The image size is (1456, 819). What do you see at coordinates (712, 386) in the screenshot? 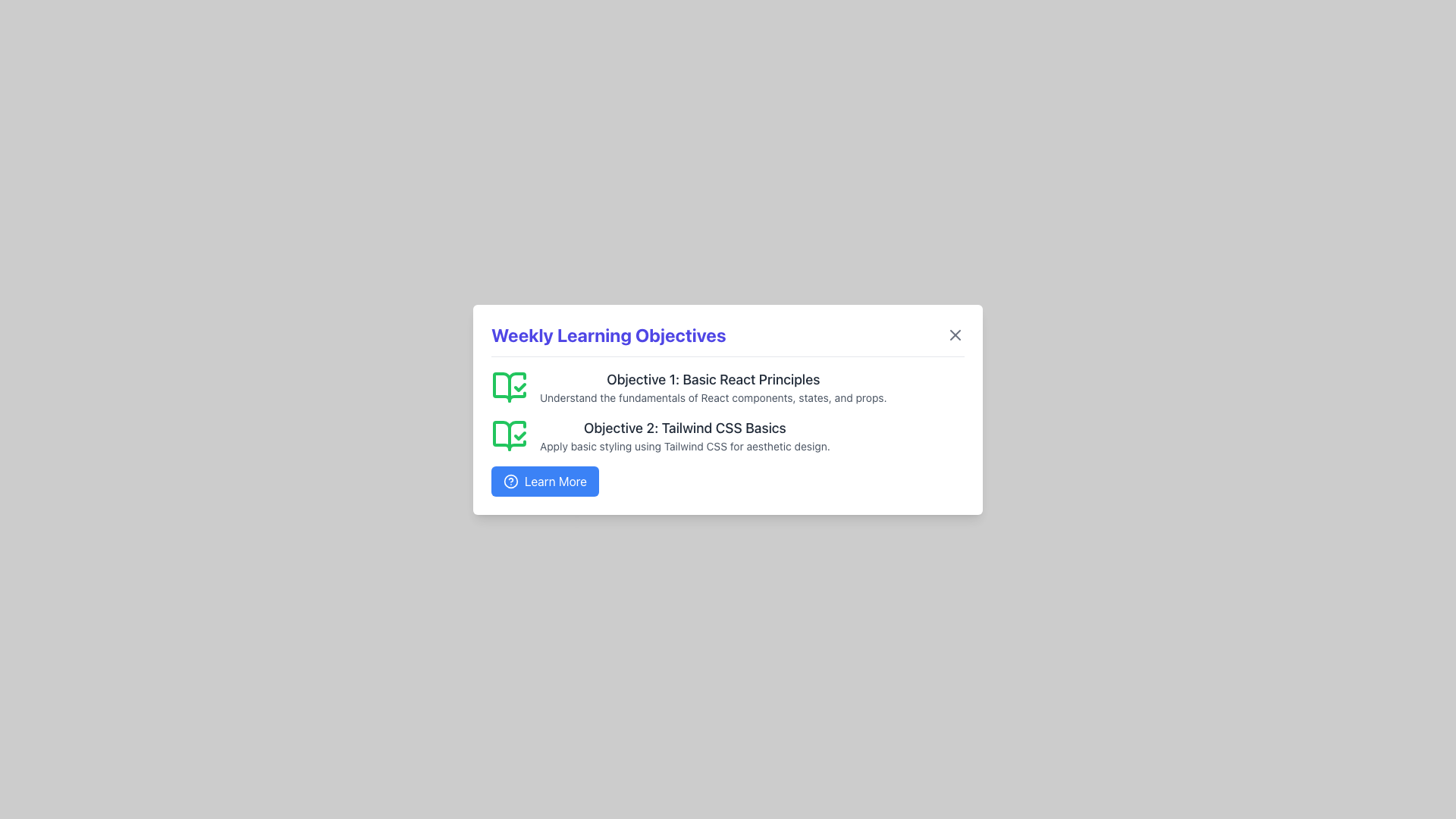
I see `the text block that states 'Objective 1: Basic React Principles' with the subtitle 'Understand the fundamentals of React components, states, and props.' located within the 'Weekly Learning Objectives' card` at bounding box center [712, 386].